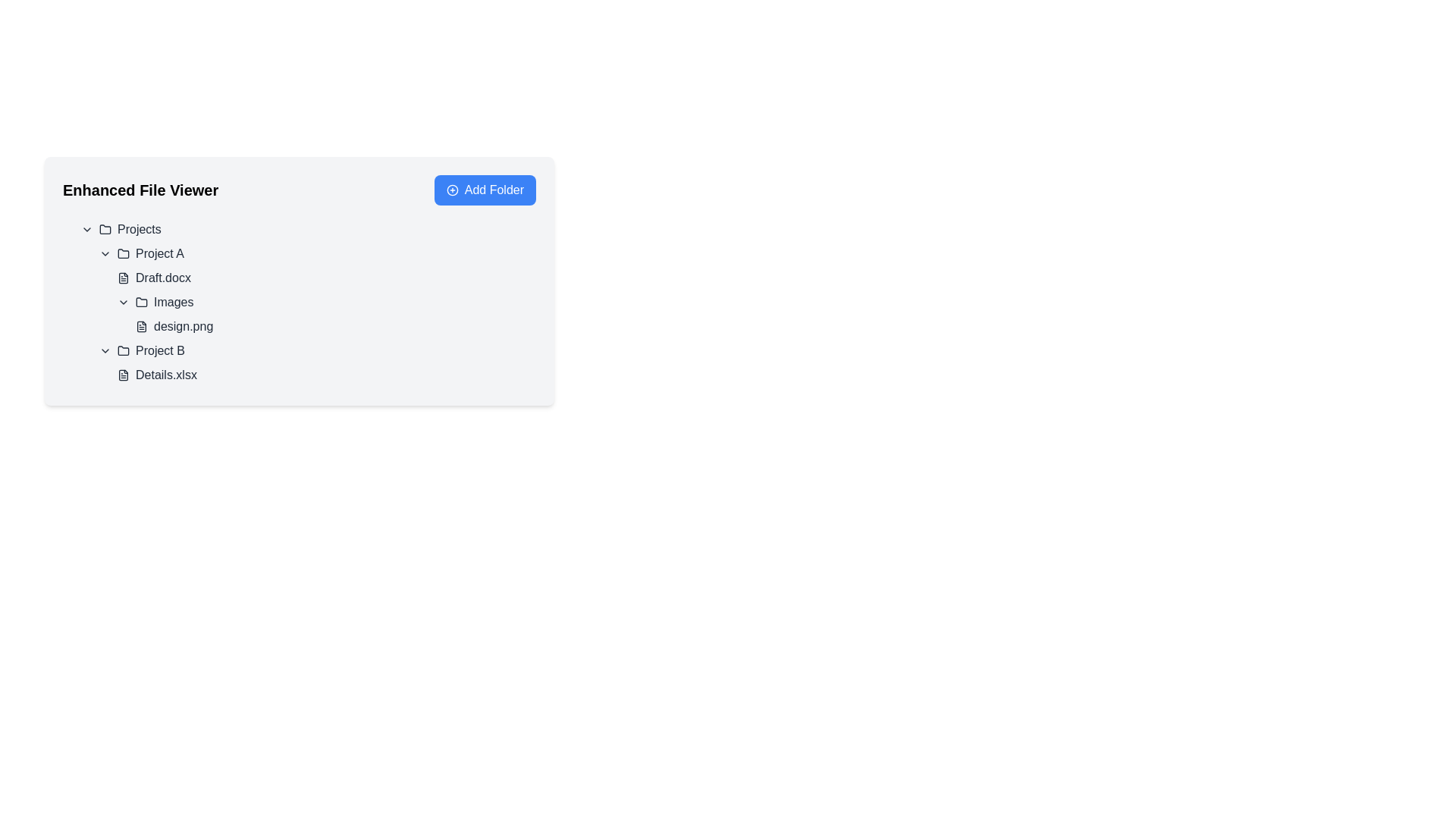 This screenshot has width=1456, height=819. Describe the element at coordinates (142, 326) in the screenshot. I see `the outlined document icon that is positioned to the left of the text 'design.png' in the file list under 'Images' in the 'Enhanced File Viewer'` at that location.